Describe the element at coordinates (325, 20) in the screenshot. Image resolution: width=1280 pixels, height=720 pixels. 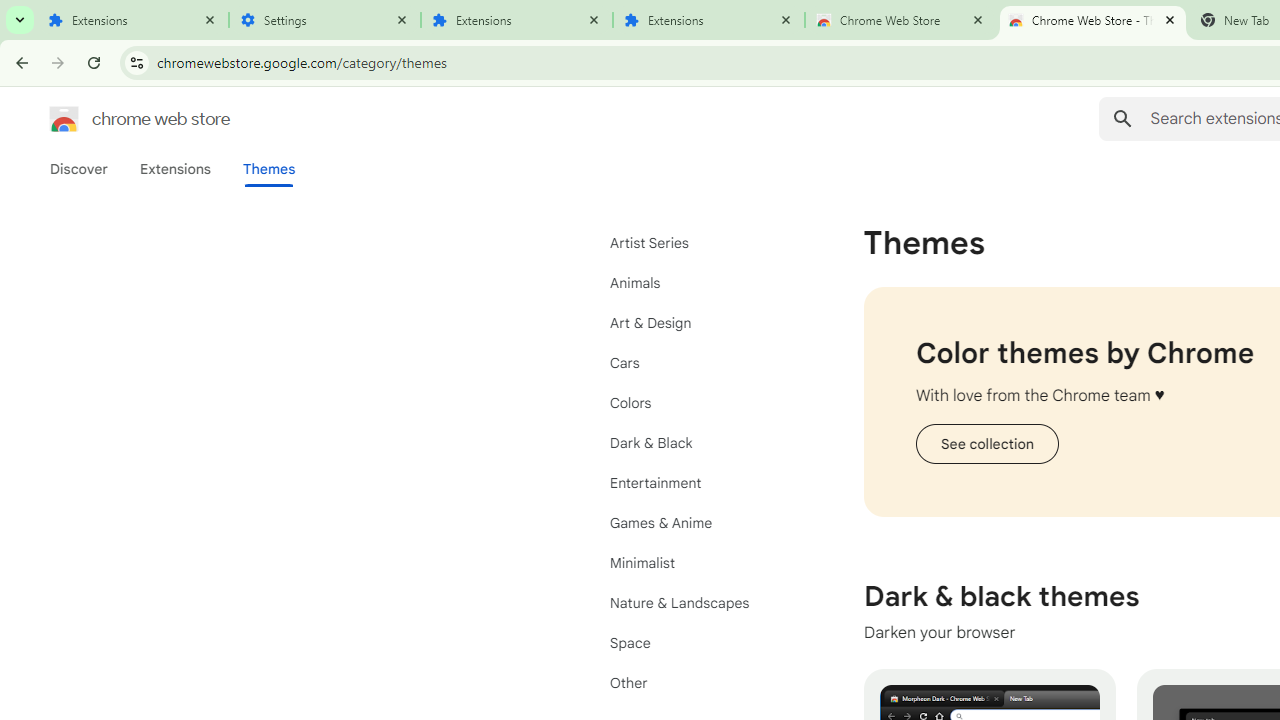
I see `'Settings'` at that location.